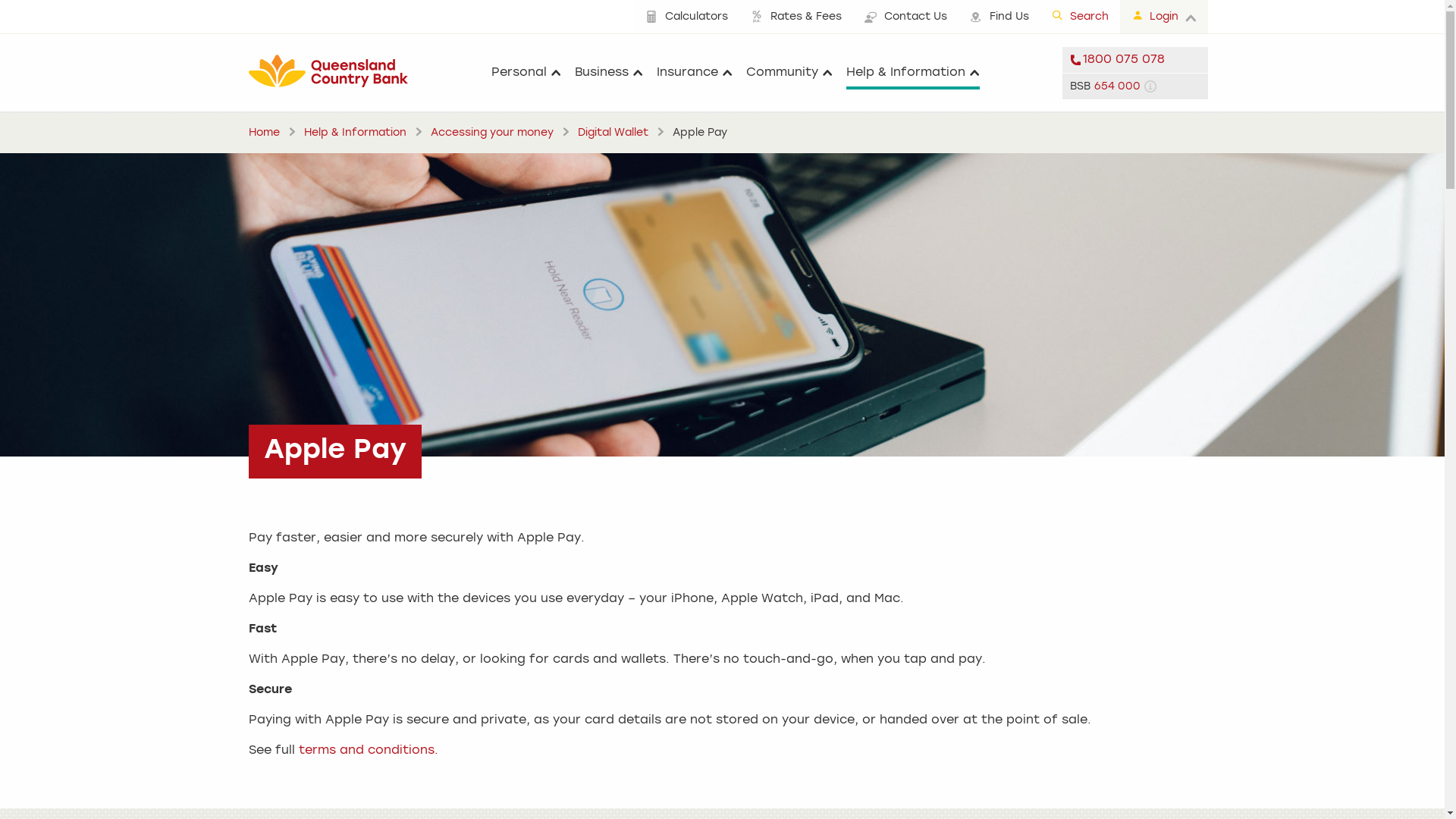  What do you see at coordinates (905, 17) in the screenshot?
I see `'Contact Us'` at bounding box center [905, 17].